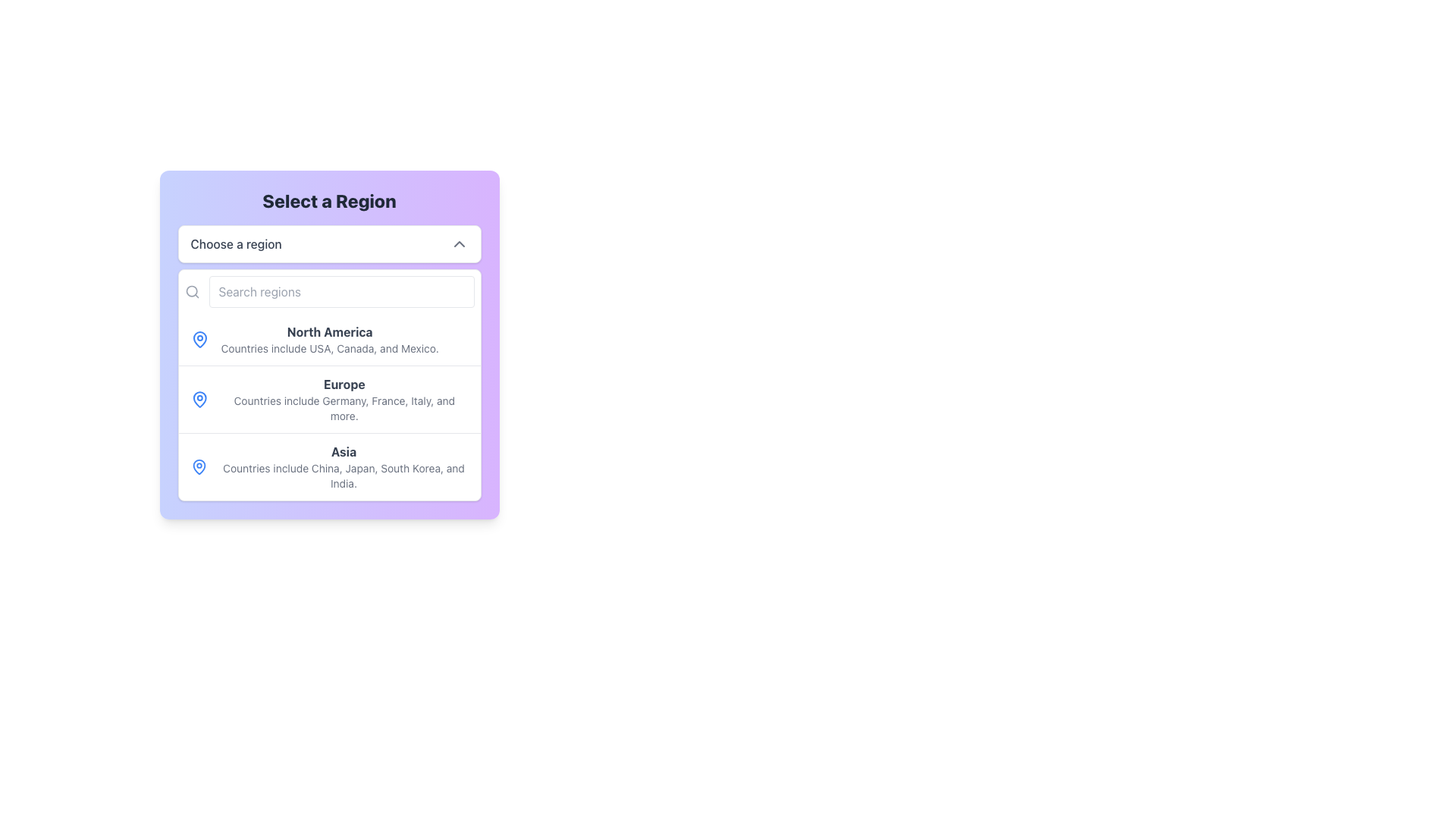 The image size is (1456, 819). I want to click on the informational list item summarizing the 'Europe' region, which is the second option in the list of regions, so click(344, 399).